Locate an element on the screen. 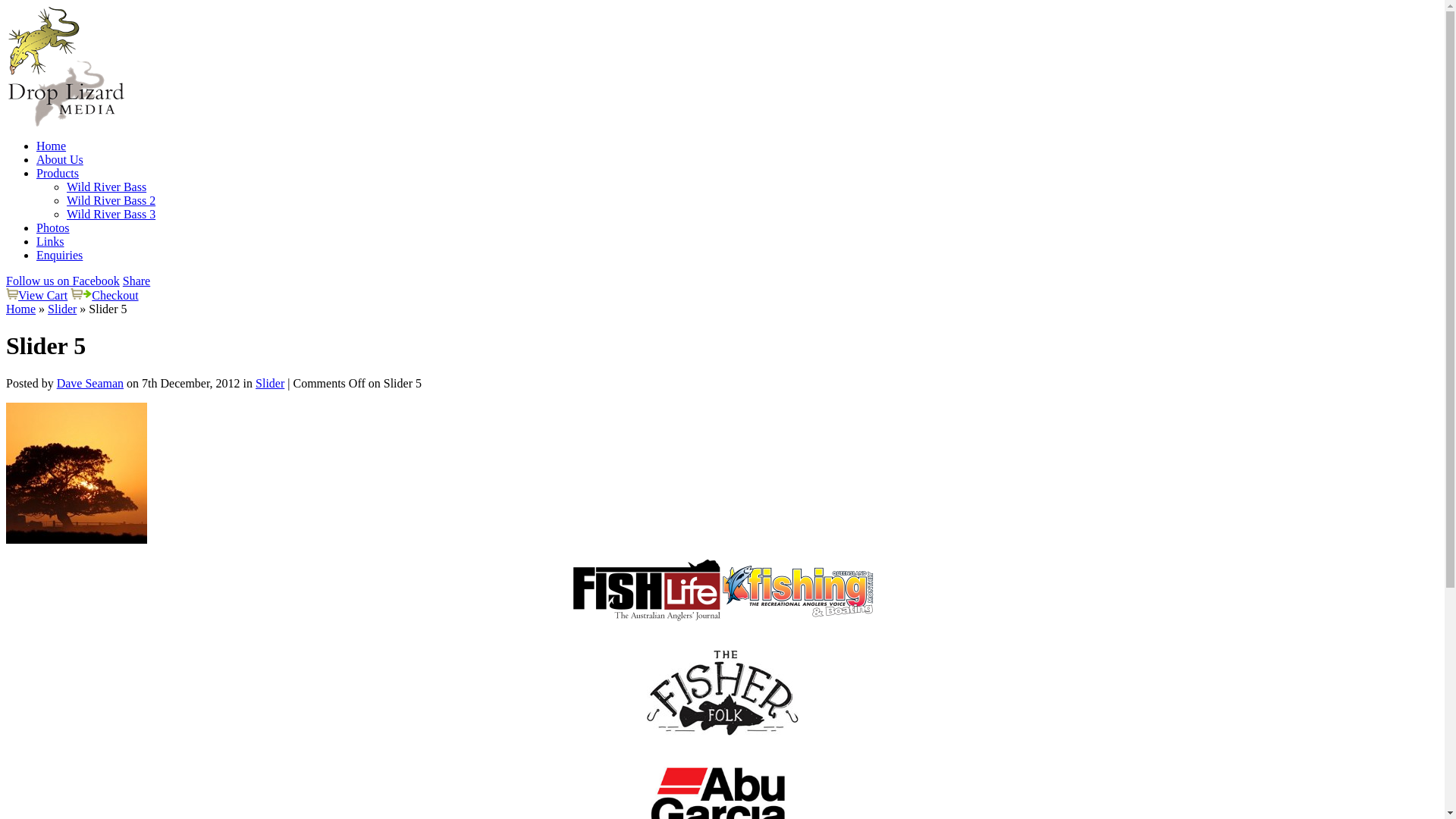 The width and height of the screenshot is (1456, 819). 'Products' is located at coordinates (58, 172).